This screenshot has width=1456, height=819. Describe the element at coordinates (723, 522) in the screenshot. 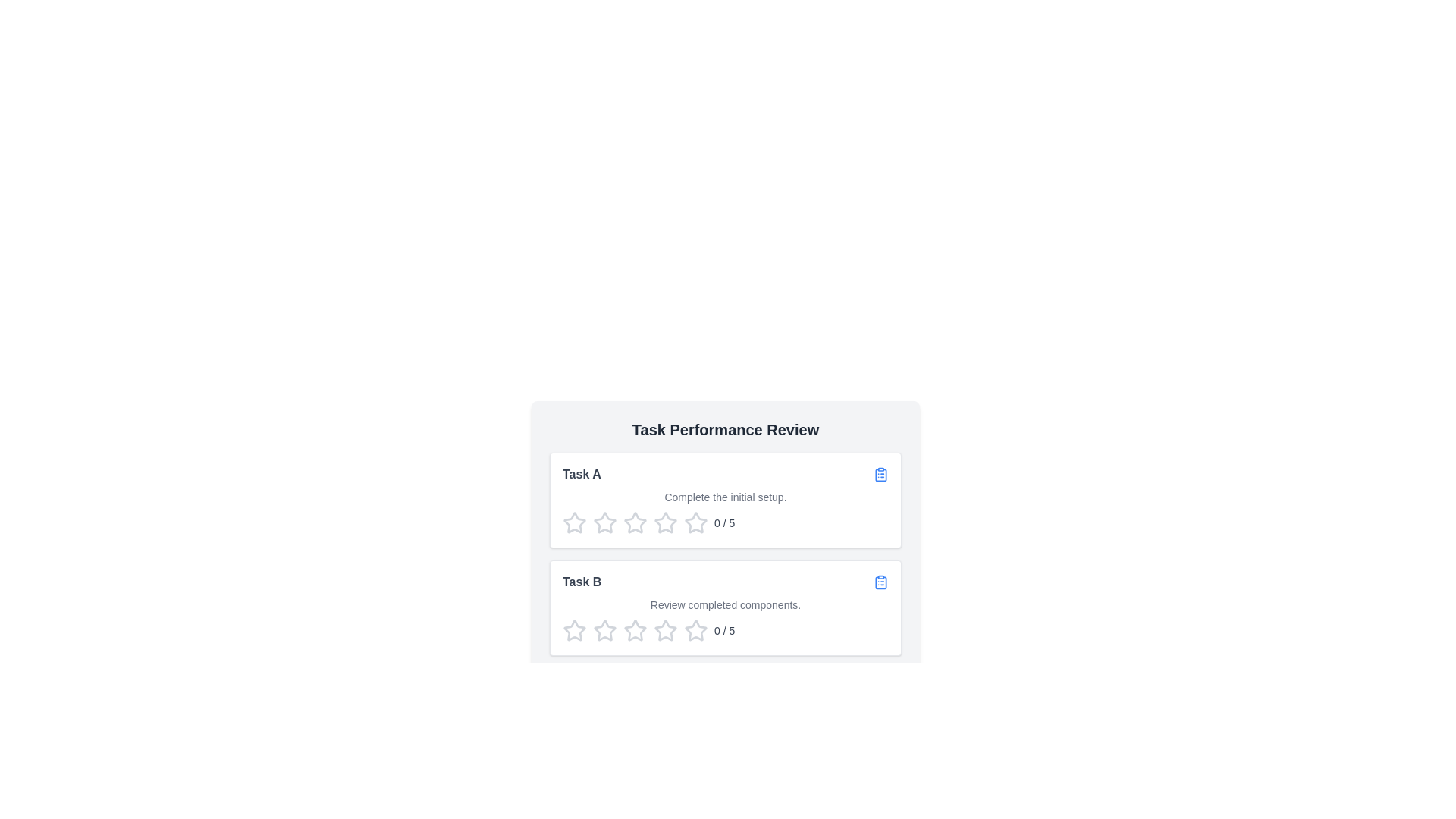

I see `the text label displaying '0 / 5', which is located to the right of the star icons in the first task card labeled 'Task A'` at that location.